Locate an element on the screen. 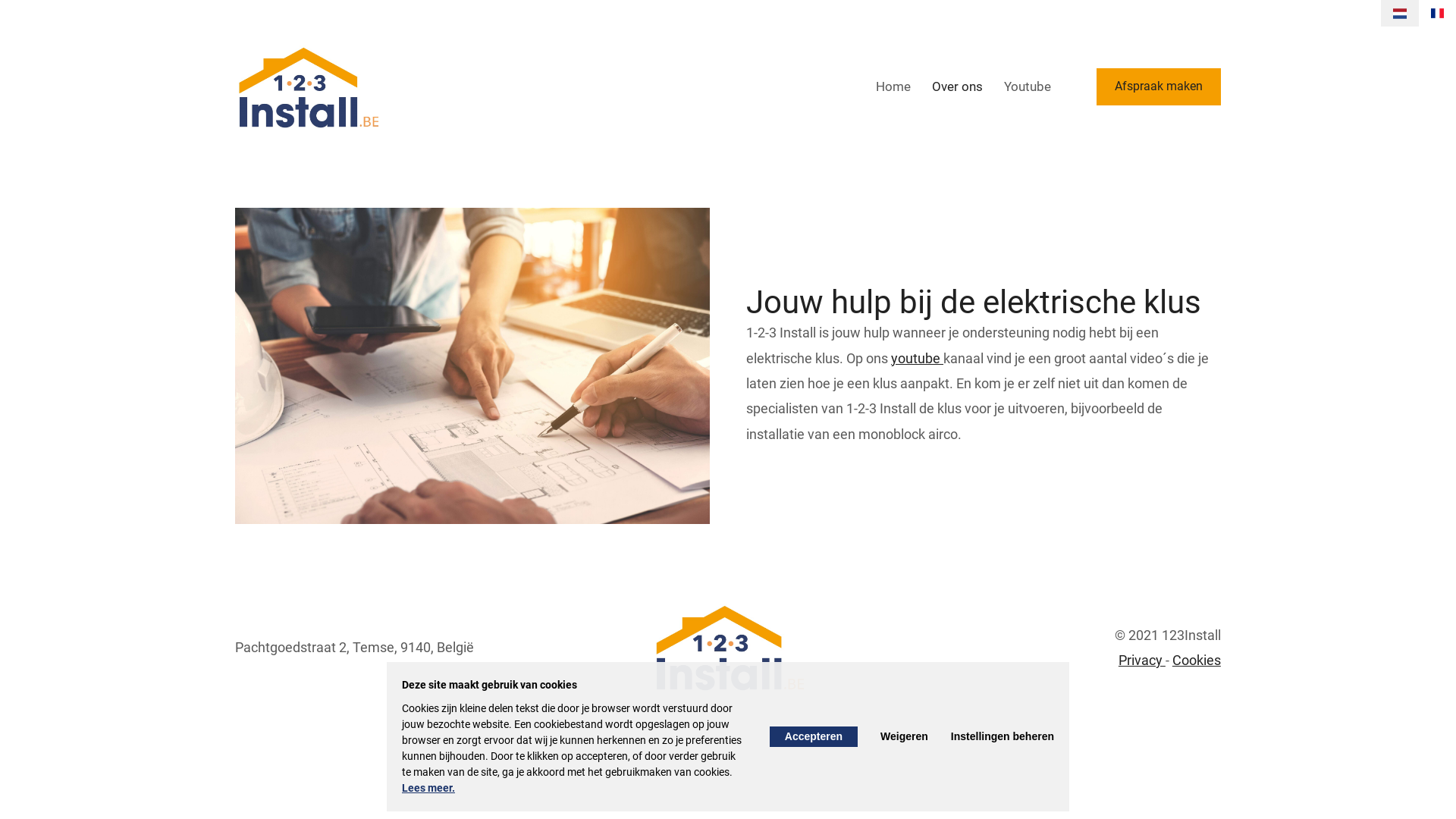 This screenshot has height=819, width=1456. 'Home' is located at coordinates (893, 86).